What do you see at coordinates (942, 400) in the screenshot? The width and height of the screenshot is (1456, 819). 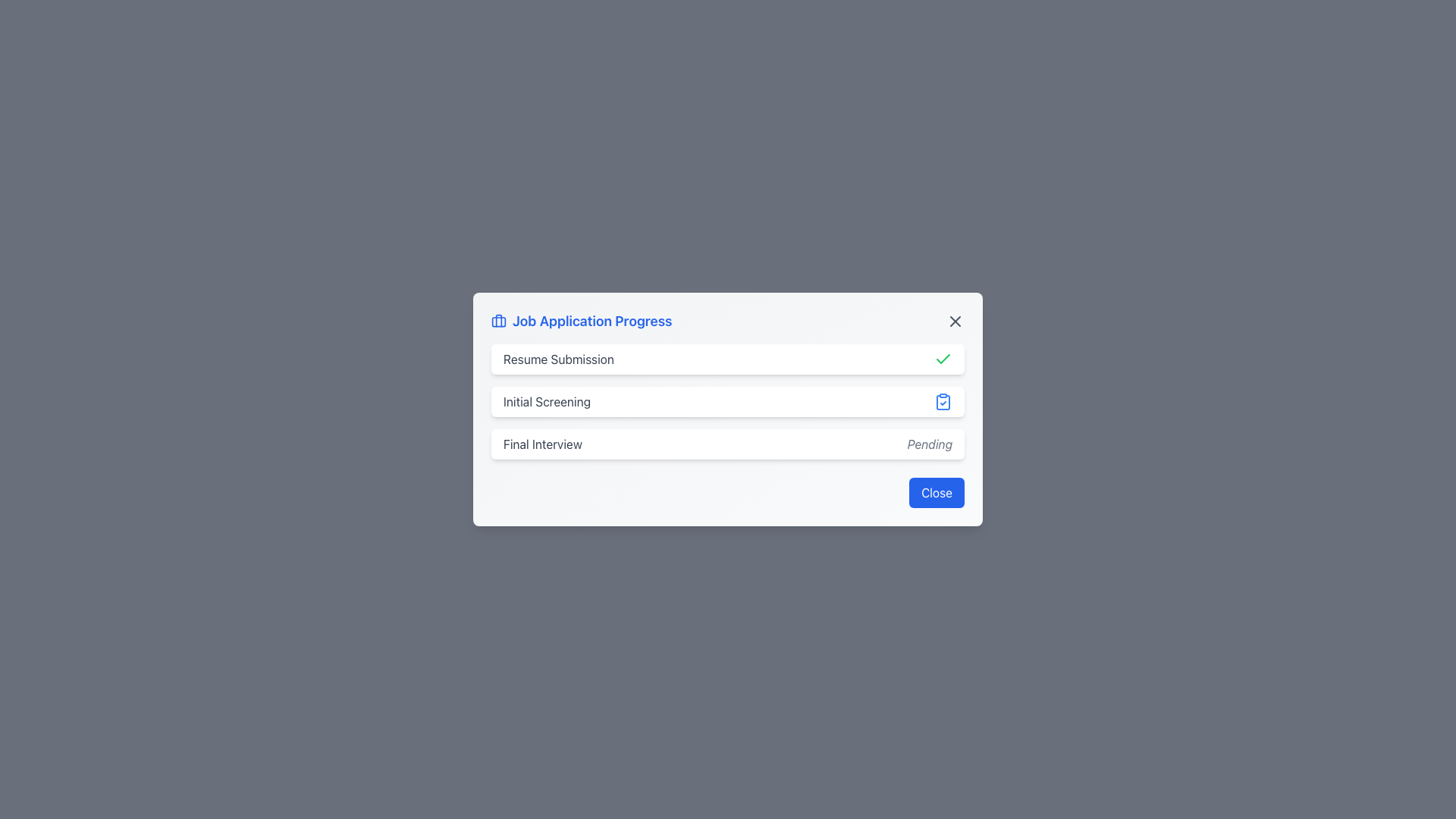 I see `the progress icon located to the right of the 'Initial Screening' text, which indicates the completion status of this step in the job application process` at bounding box center [942, 400].